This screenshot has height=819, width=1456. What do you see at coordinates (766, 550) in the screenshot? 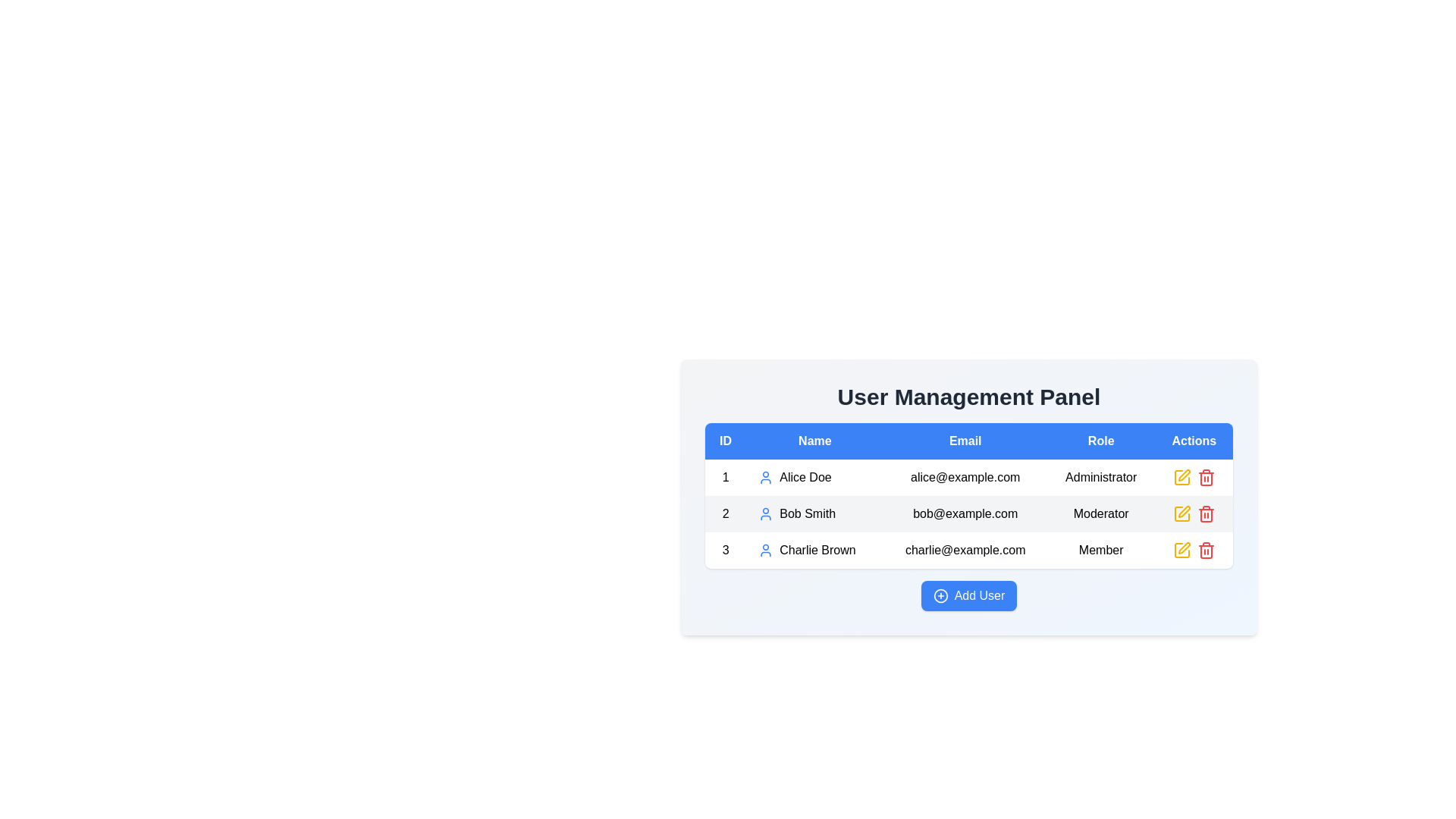
I see `the user silhouette icon located in the third row under the 'Name' column, next to the entry labeled 'Charlie Brown'` at bounding box center [766, 550].